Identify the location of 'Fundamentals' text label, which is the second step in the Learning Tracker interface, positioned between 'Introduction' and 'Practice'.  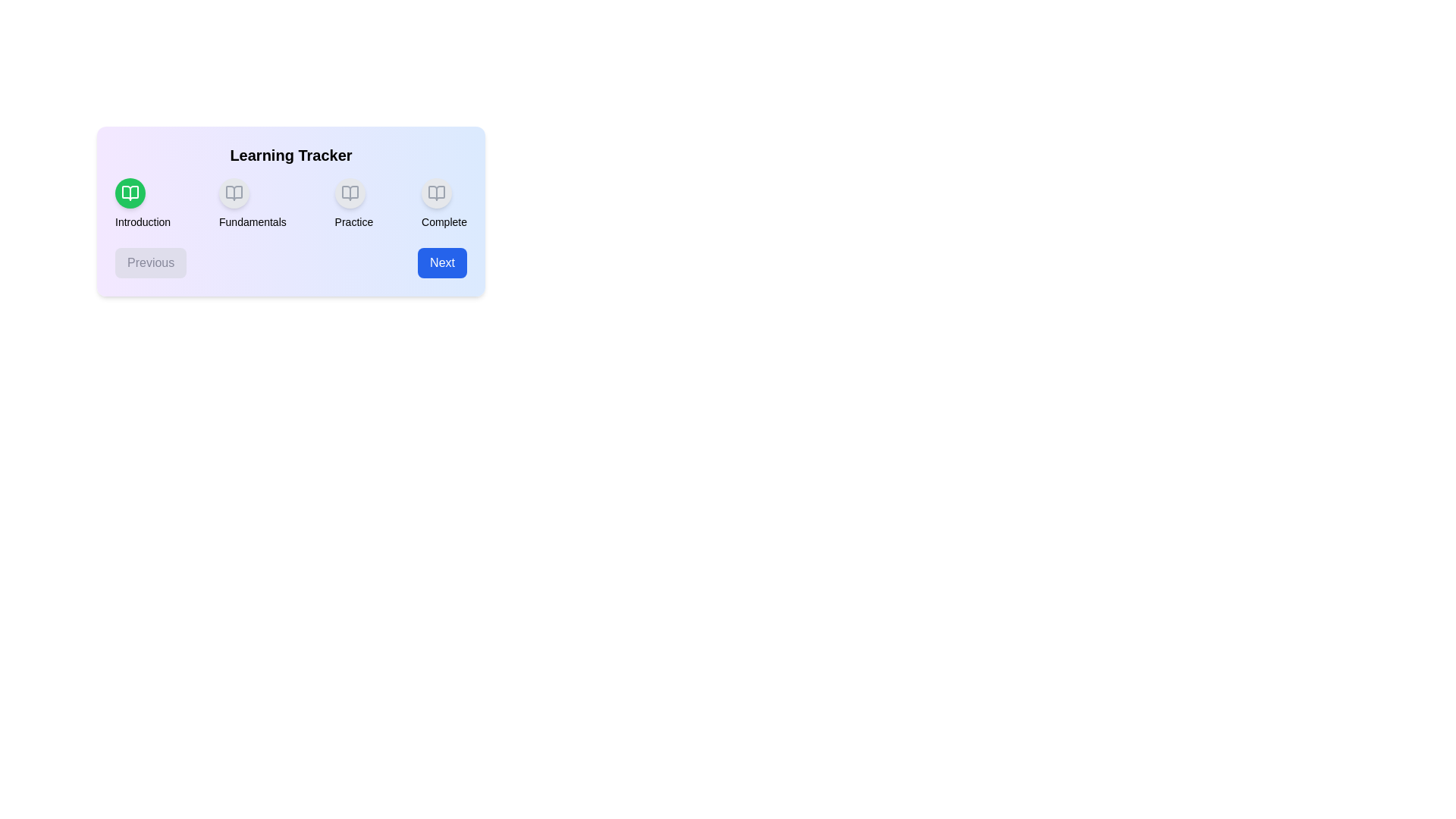
(253, 222).